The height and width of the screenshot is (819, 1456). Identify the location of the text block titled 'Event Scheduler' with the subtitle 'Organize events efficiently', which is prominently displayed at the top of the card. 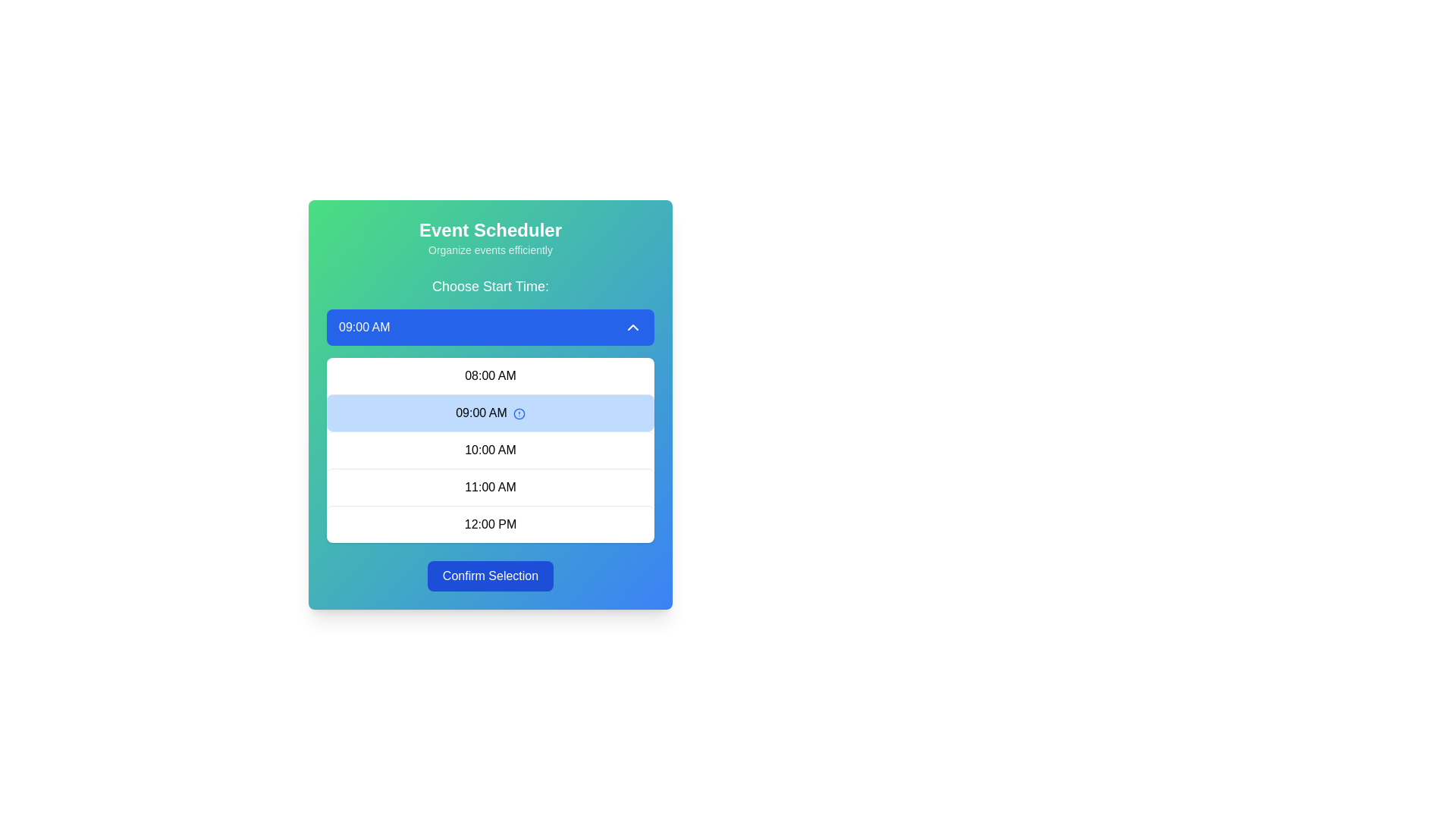
(491, 237).